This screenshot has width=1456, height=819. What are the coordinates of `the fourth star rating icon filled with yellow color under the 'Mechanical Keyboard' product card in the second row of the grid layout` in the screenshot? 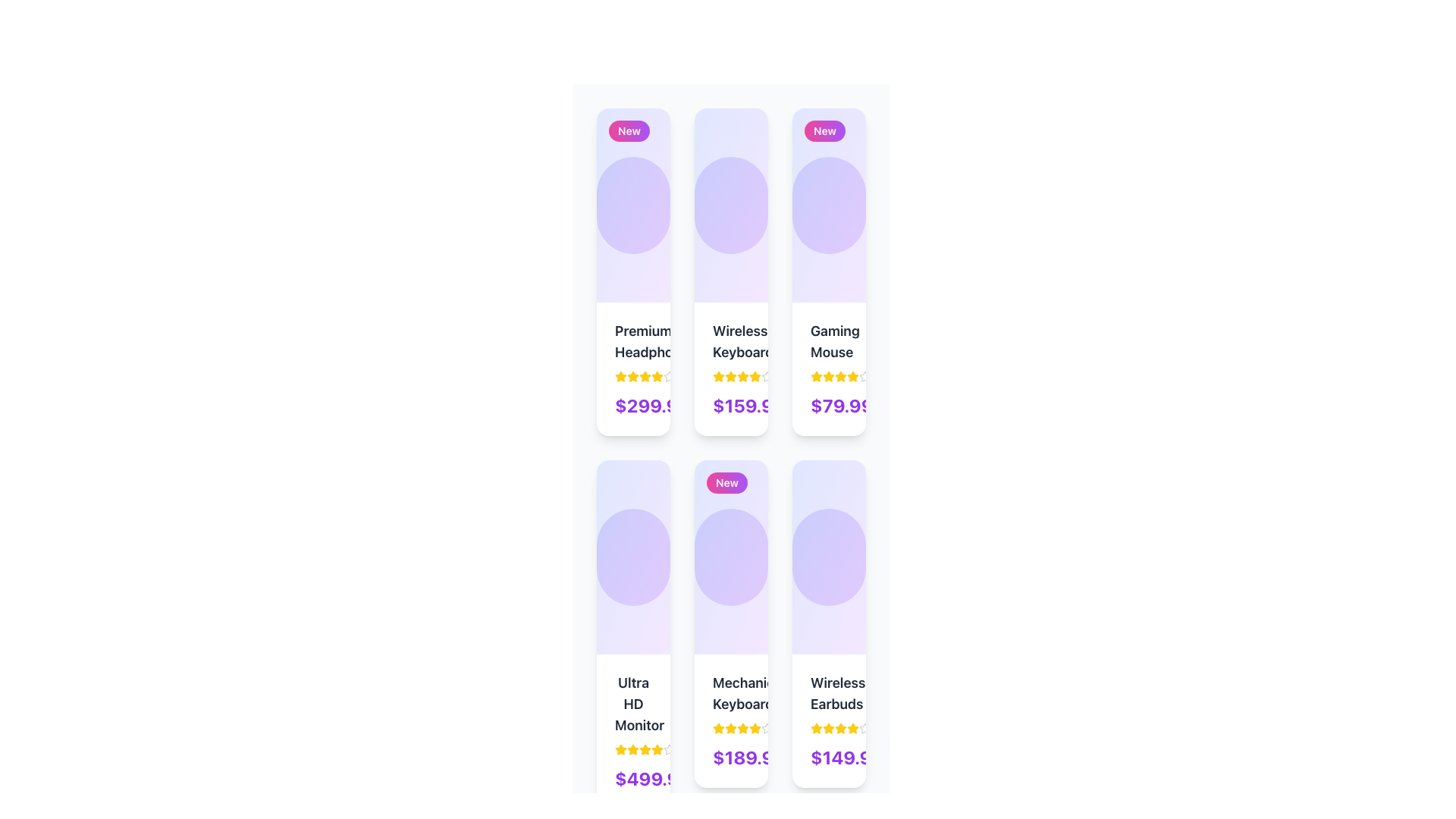 It's located at (742, 727).